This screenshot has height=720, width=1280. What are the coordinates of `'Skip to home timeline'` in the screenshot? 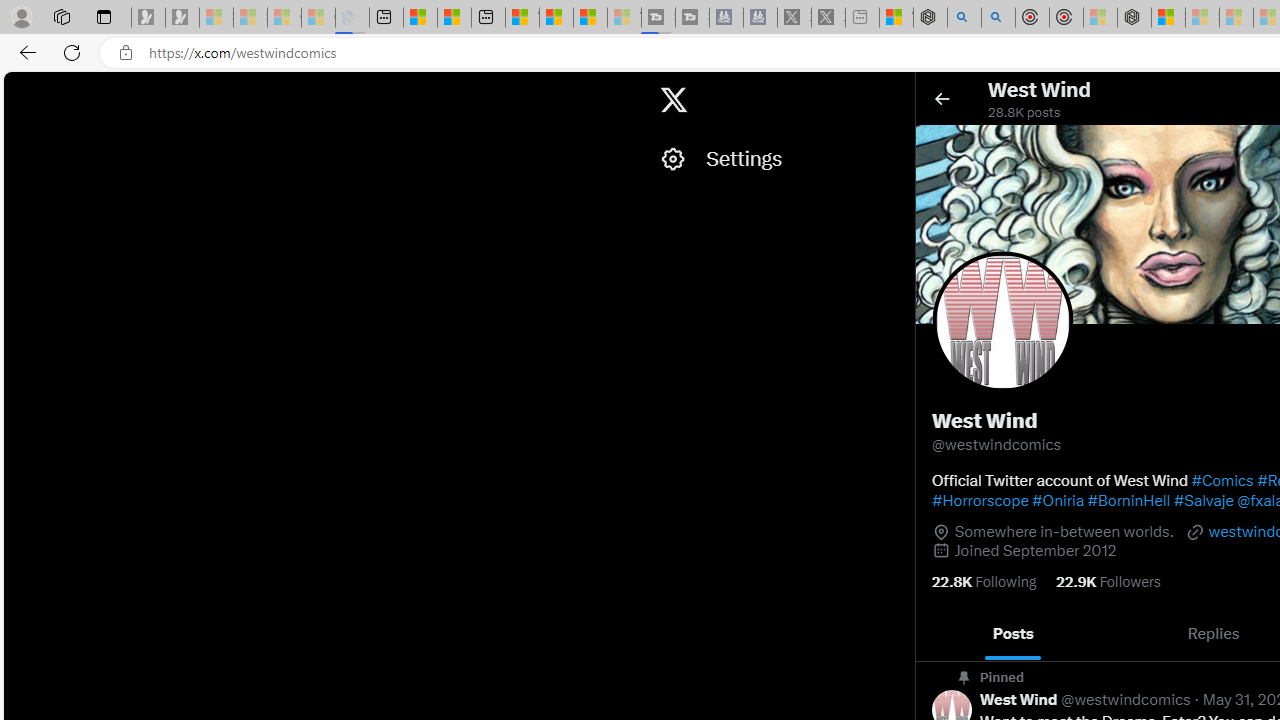 It's located at (21, 90).